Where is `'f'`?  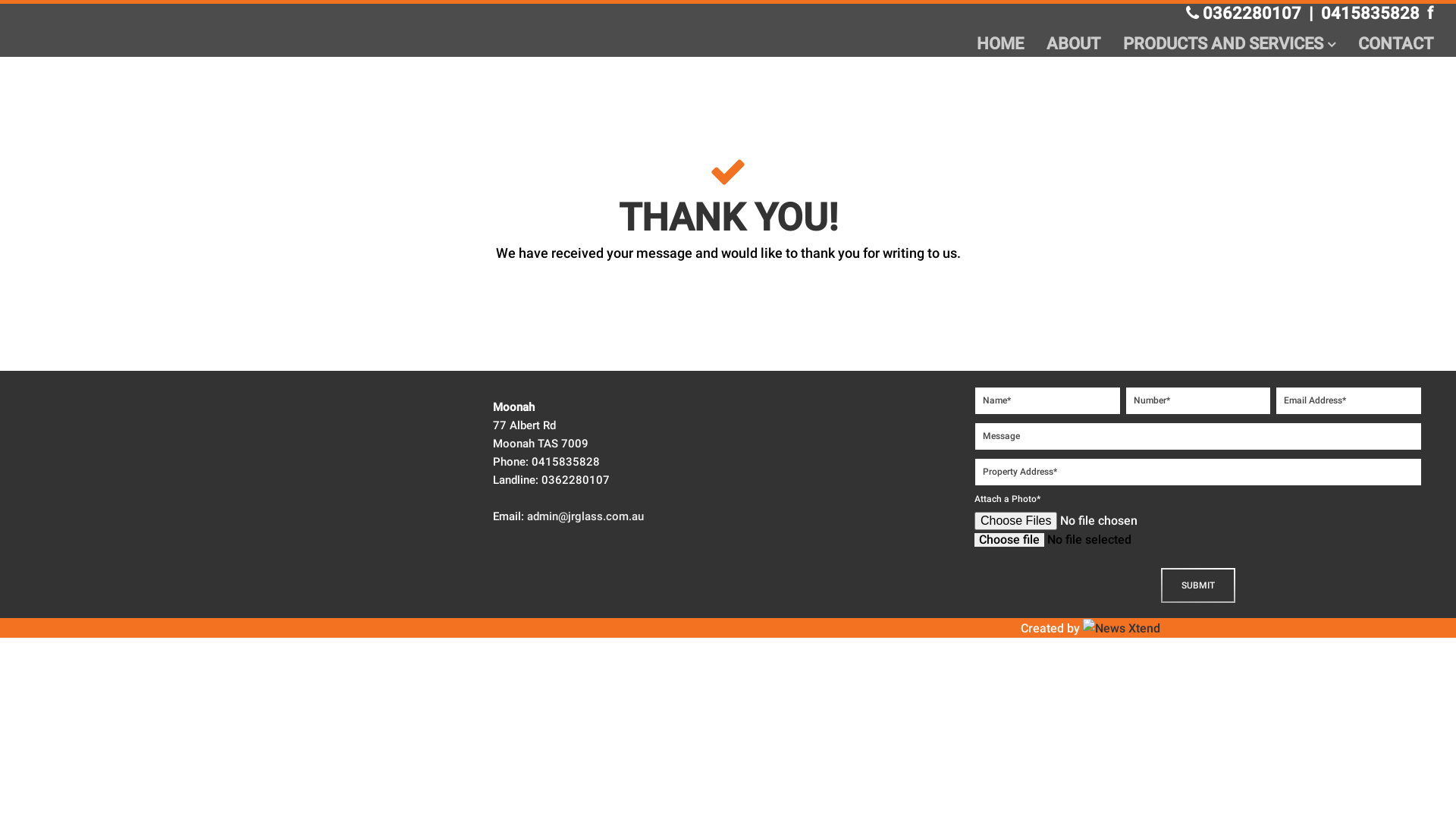 'f' is located at coordinates (1426, 13).